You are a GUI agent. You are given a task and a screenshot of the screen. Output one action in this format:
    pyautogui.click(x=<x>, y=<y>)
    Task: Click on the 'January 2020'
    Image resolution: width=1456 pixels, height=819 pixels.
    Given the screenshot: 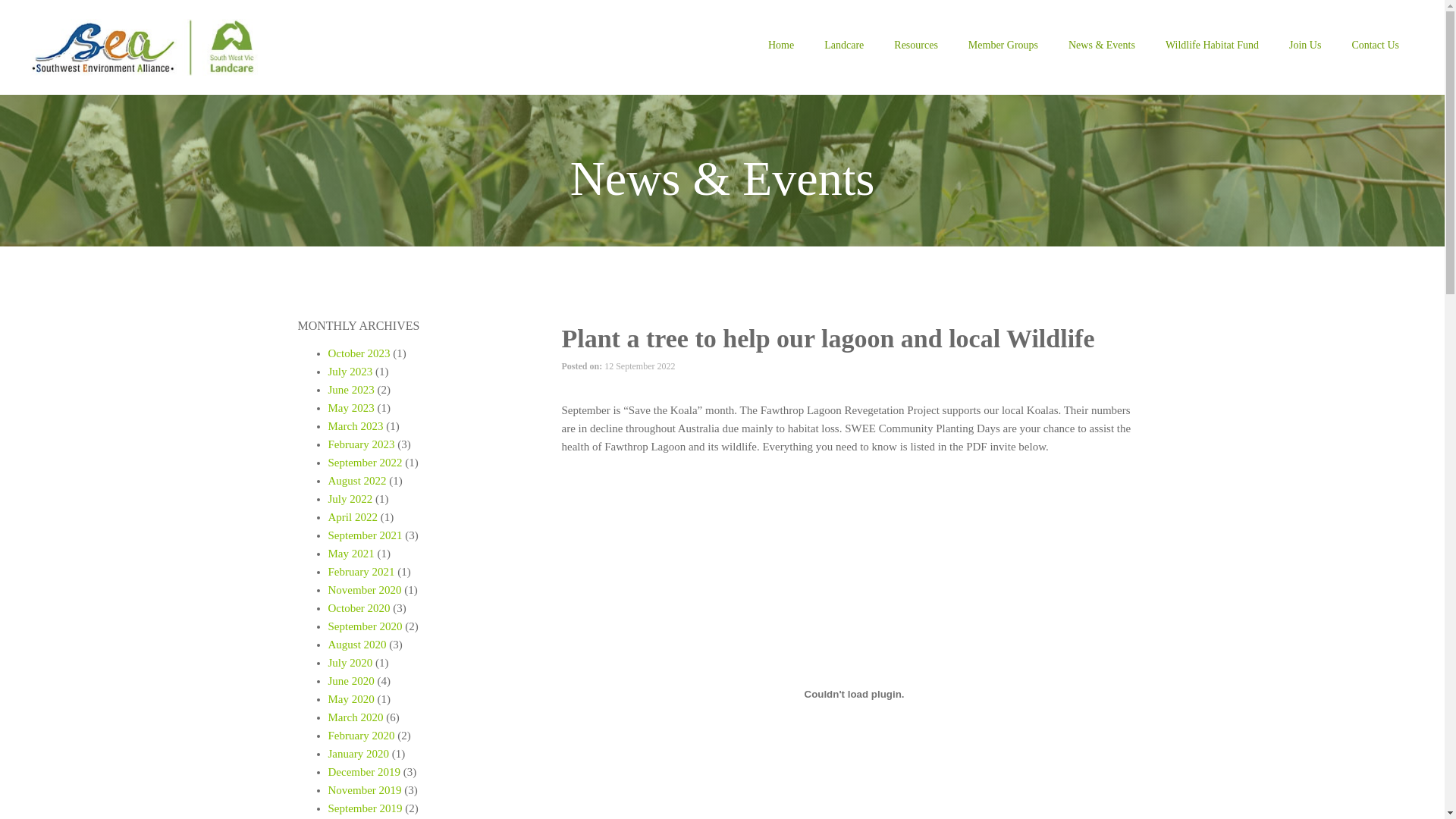 What is the action you would take?
    pyautogui.click(x=356, y=754)
    